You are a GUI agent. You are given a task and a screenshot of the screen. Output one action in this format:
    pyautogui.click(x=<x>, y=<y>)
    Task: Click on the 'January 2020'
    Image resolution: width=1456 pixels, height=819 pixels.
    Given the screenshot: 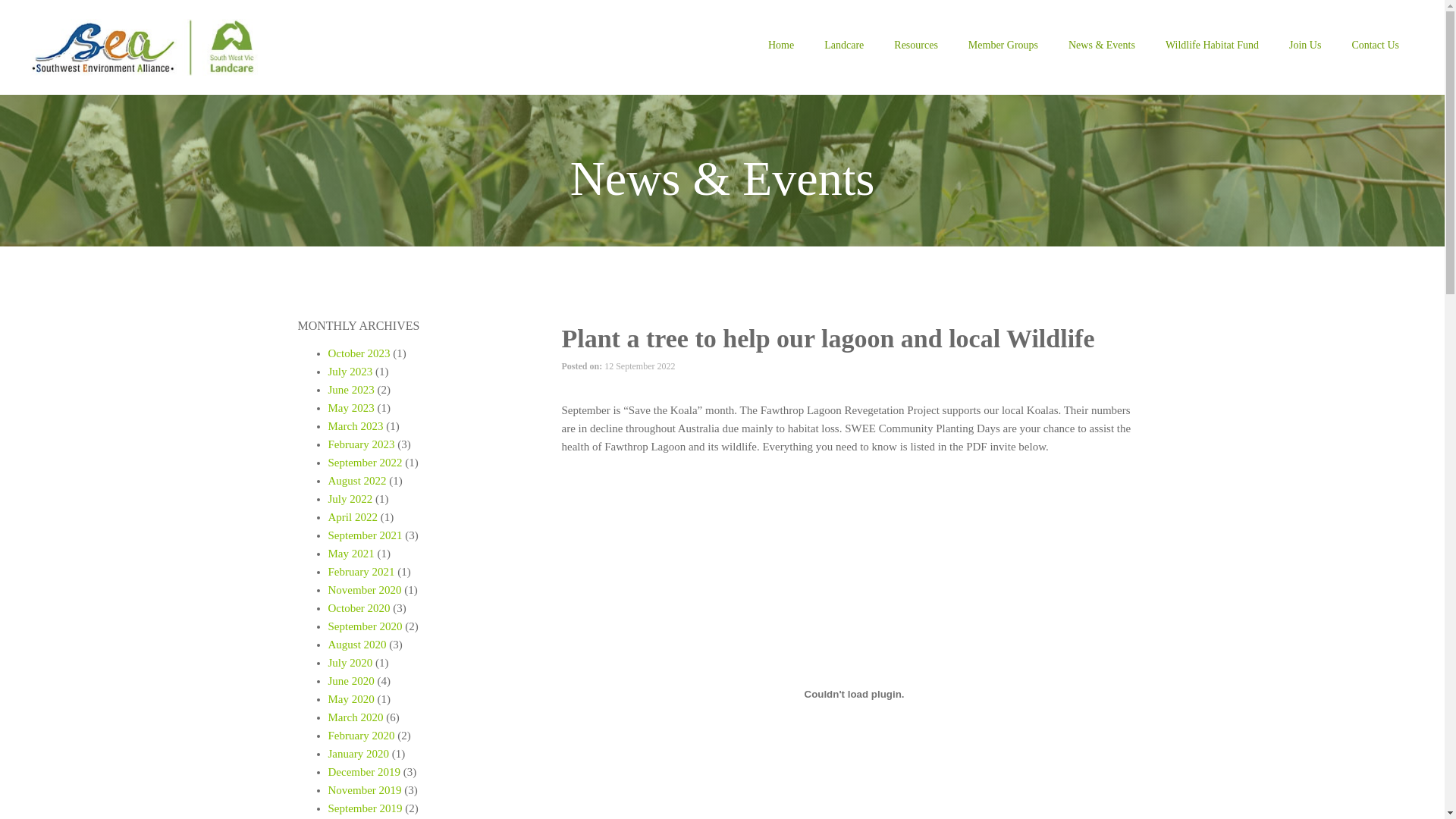 What is the action you would take?
    pyautogui.click(x=356, y=754)
    